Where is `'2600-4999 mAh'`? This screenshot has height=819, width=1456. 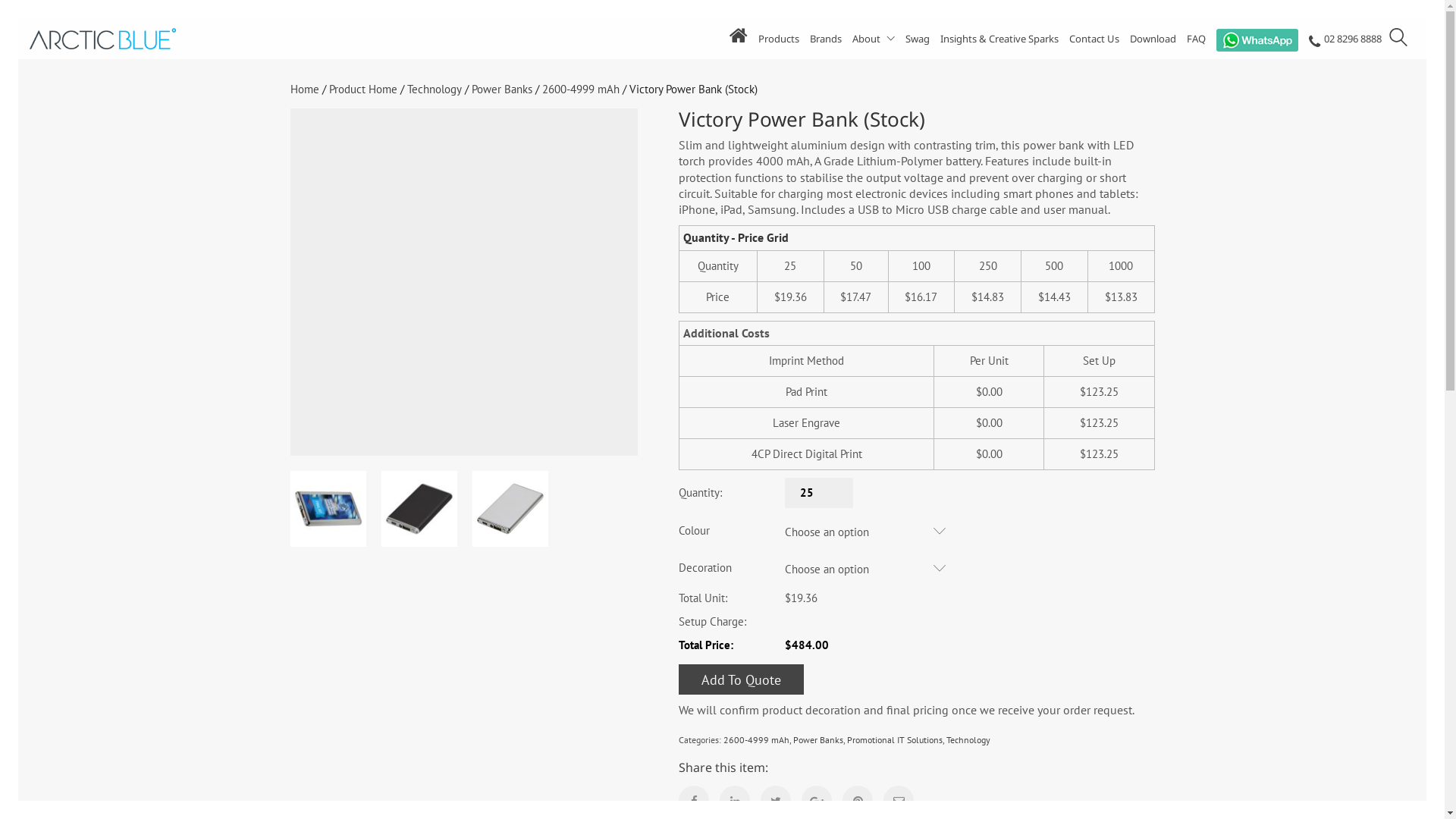 '2600-4999 mAh' is located at coordinates (756, 739).